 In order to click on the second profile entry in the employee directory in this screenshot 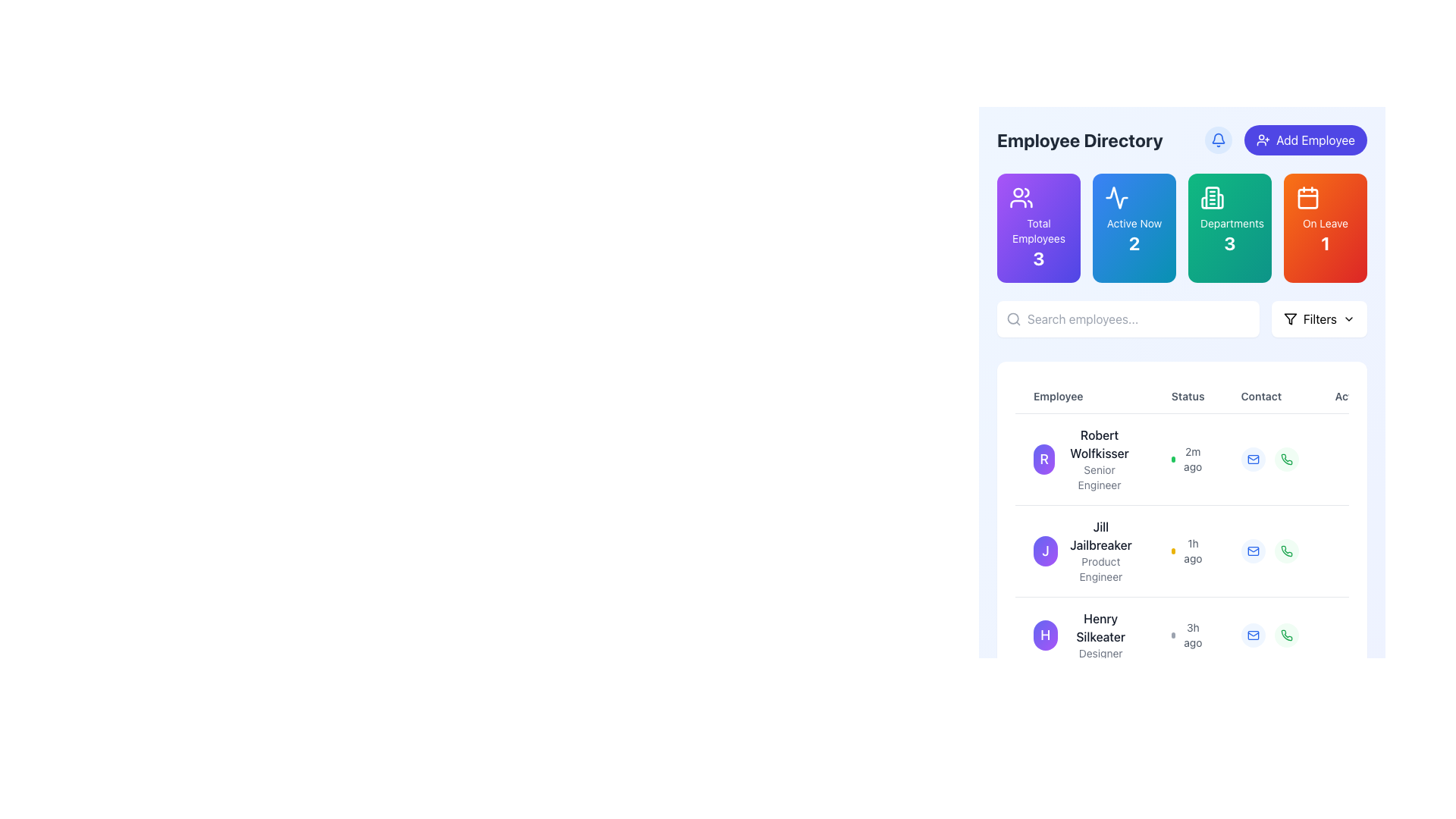, I will do `click(1203, 551)`.